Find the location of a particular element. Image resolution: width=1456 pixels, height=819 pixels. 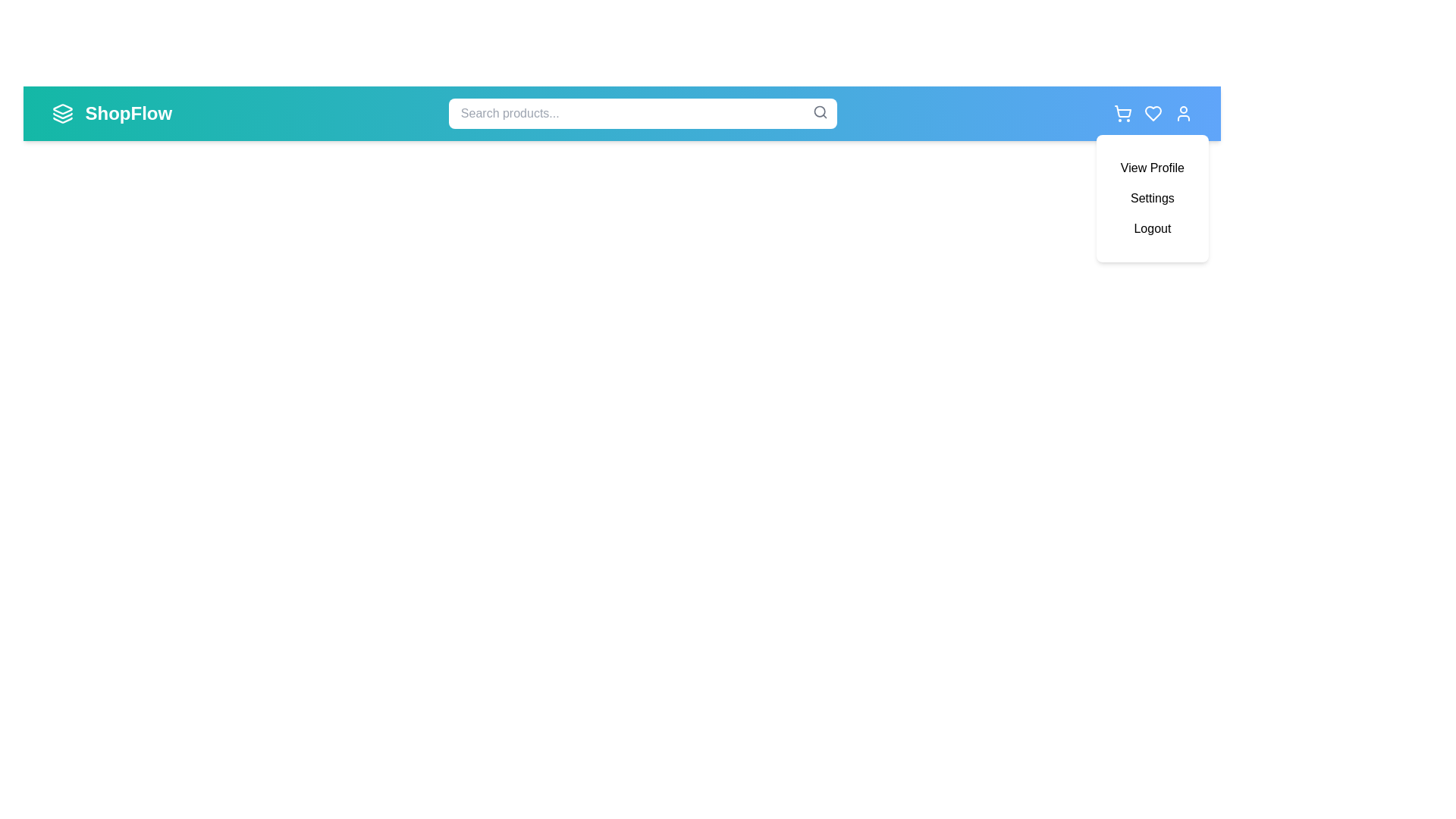

the 'Logout' option in the dropdown menu is located at coordinates (1152, 228).